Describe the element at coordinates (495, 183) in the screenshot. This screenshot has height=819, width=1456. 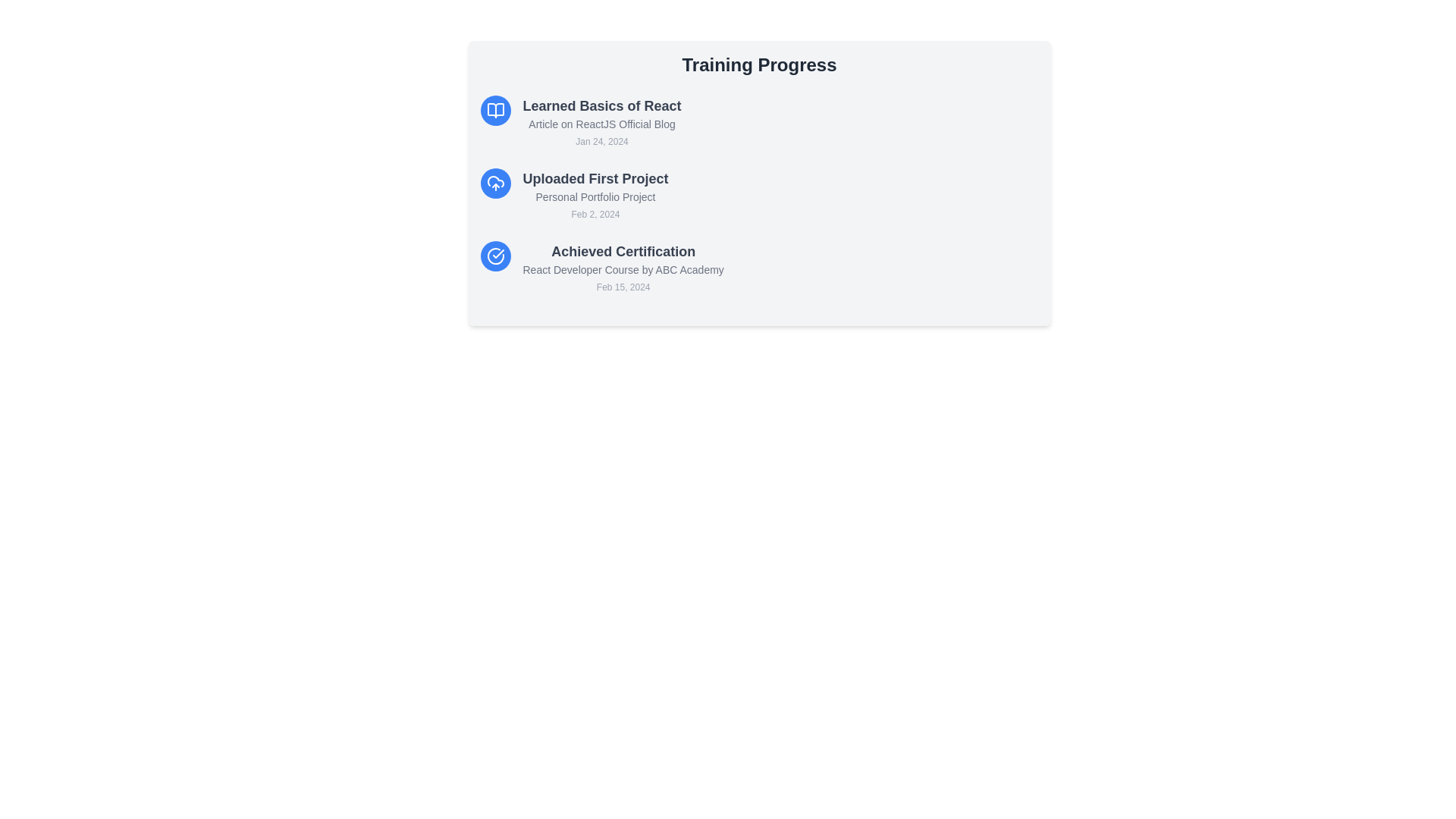
I see `the circular icon with a blue background and white cloud-upload graphic, located to the left of the 'Uploaded First Project' text in the 'Training Progress' section` at that location.